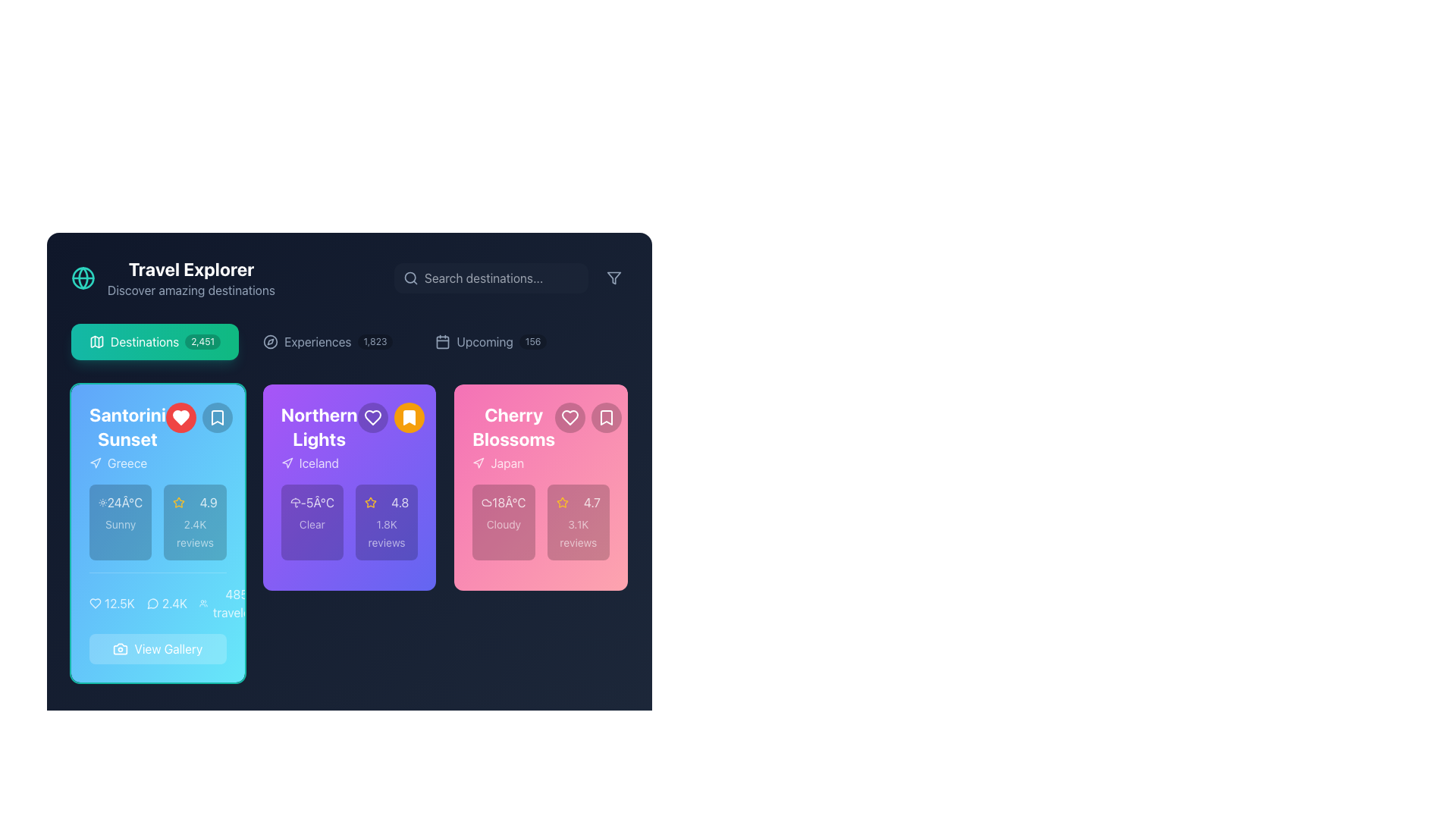  I want to click on the decorative icon accompanying the 'Upcoming' menu option, so click(442, 342).